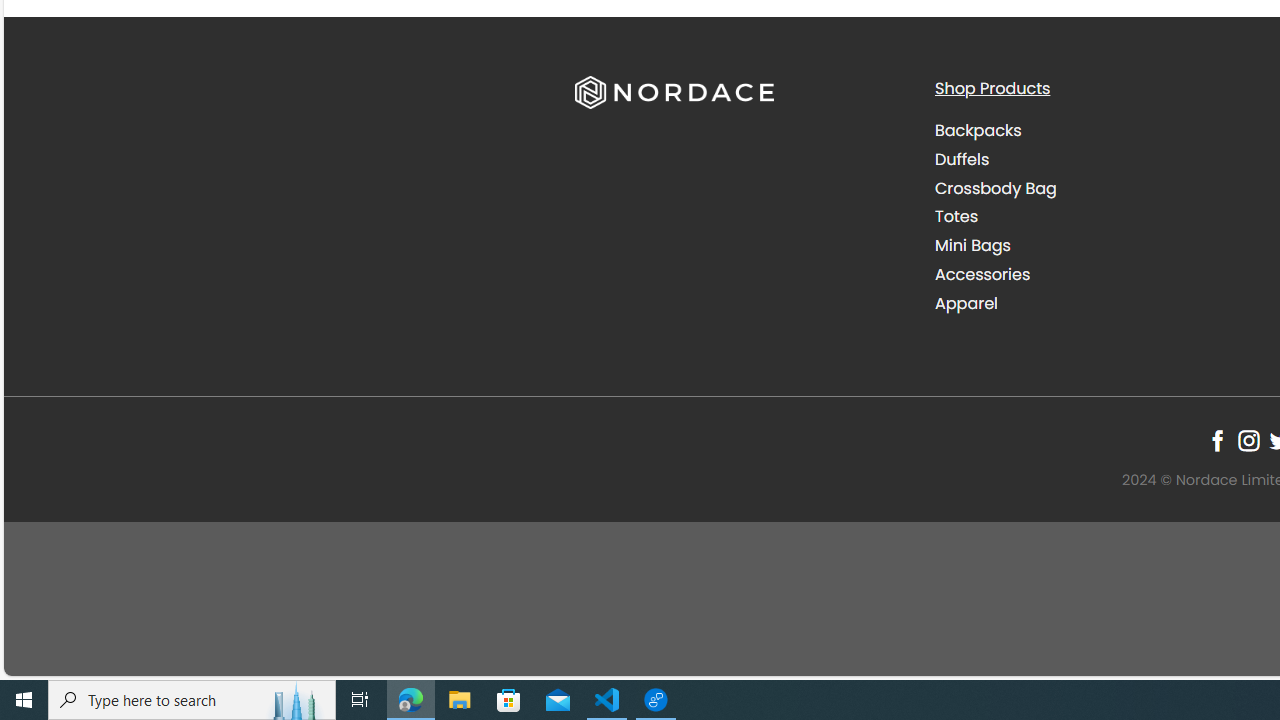 Image resolution: width=1280 pixels, height=720 pixels. I want to click on 'Totes', so click(955, 217).